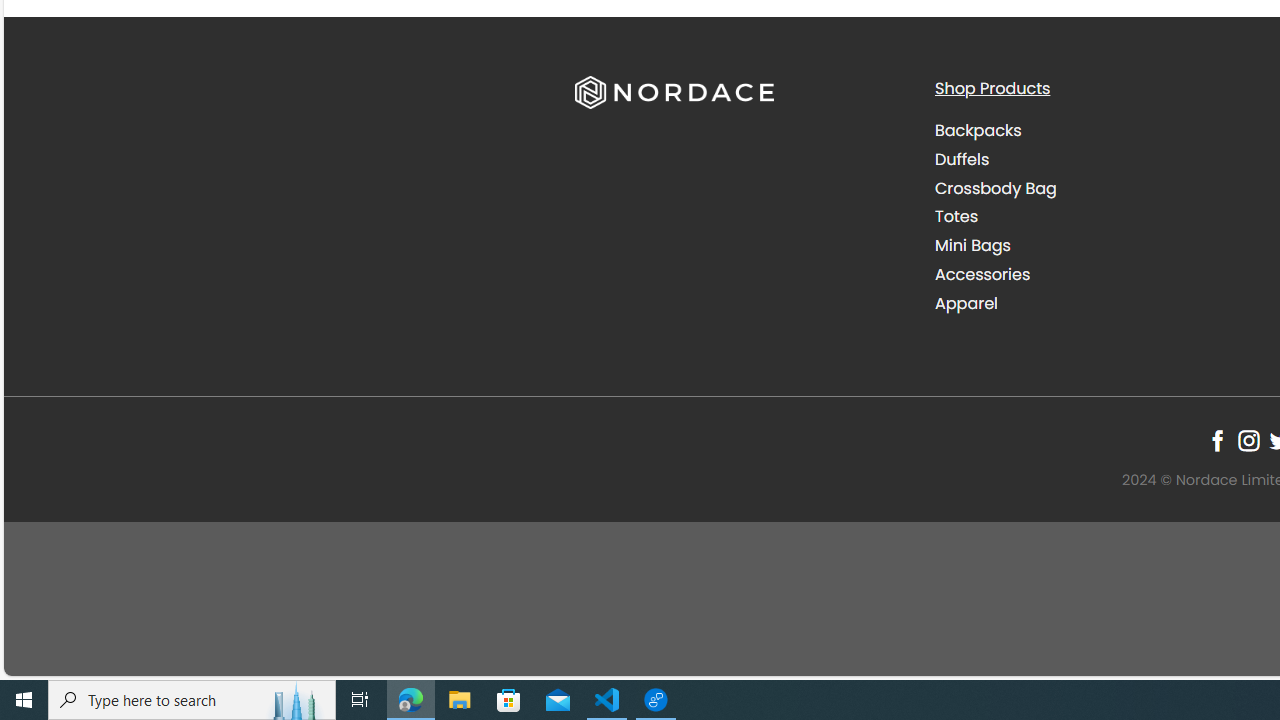 Image resolution: width=1280 pixels, height=720 pixels. I want to click on 'Totes', so click(955, 217).